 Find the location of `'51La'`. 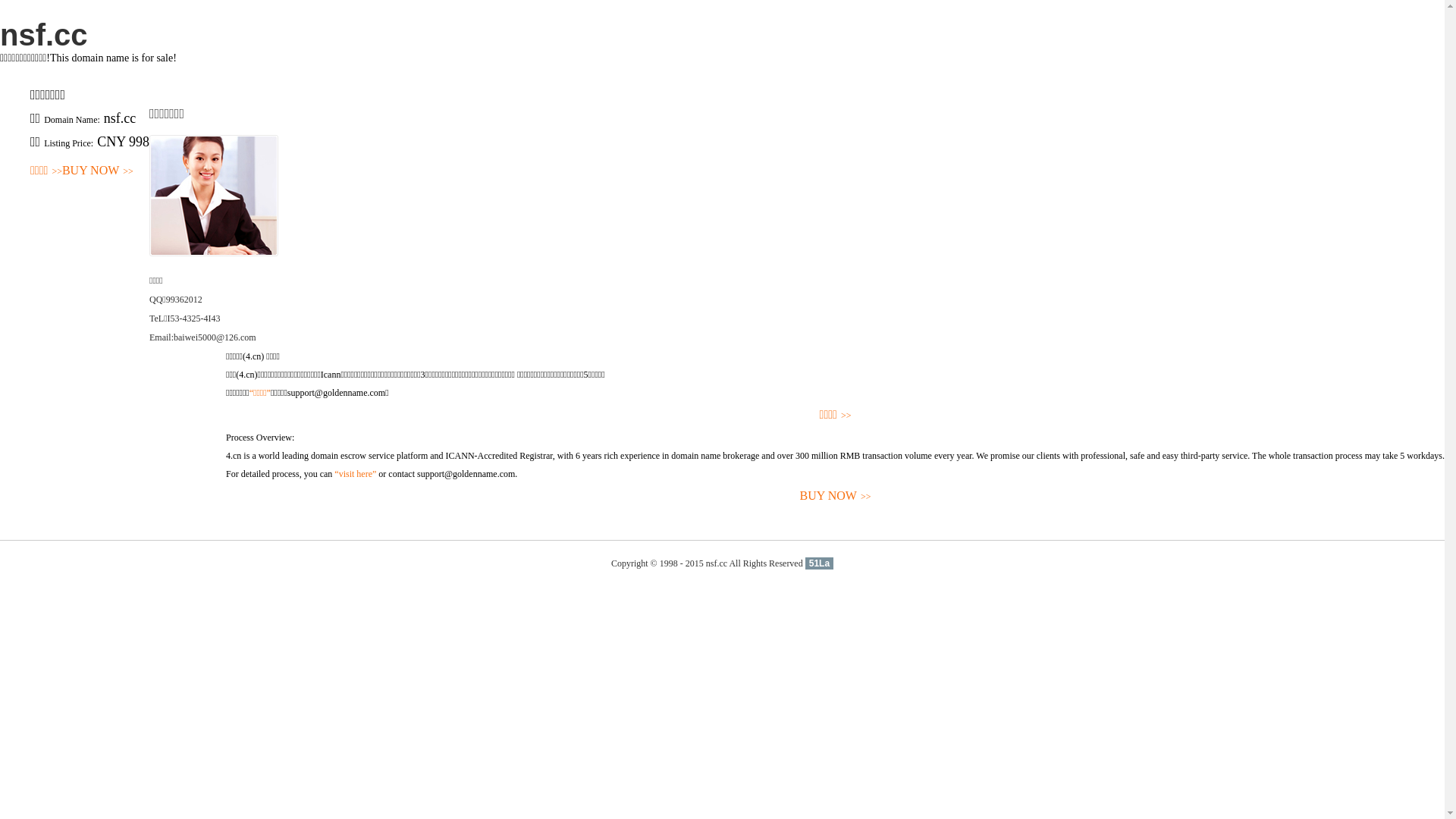

'51La' is located at coordinates (818, 563).